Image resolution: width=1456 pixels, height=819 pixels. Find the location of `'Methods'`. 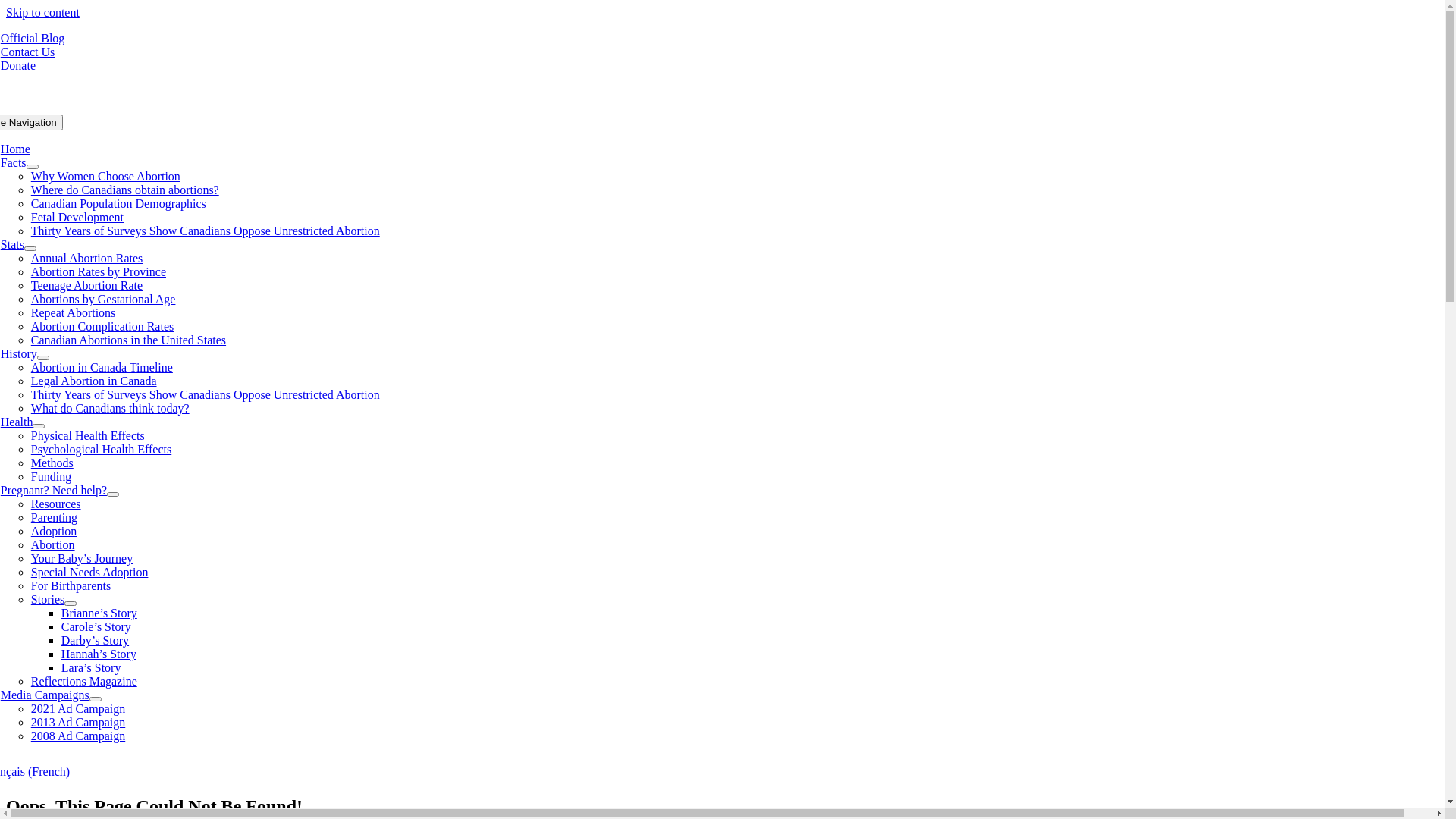

'Methods' is located at coordinates (52, 462).